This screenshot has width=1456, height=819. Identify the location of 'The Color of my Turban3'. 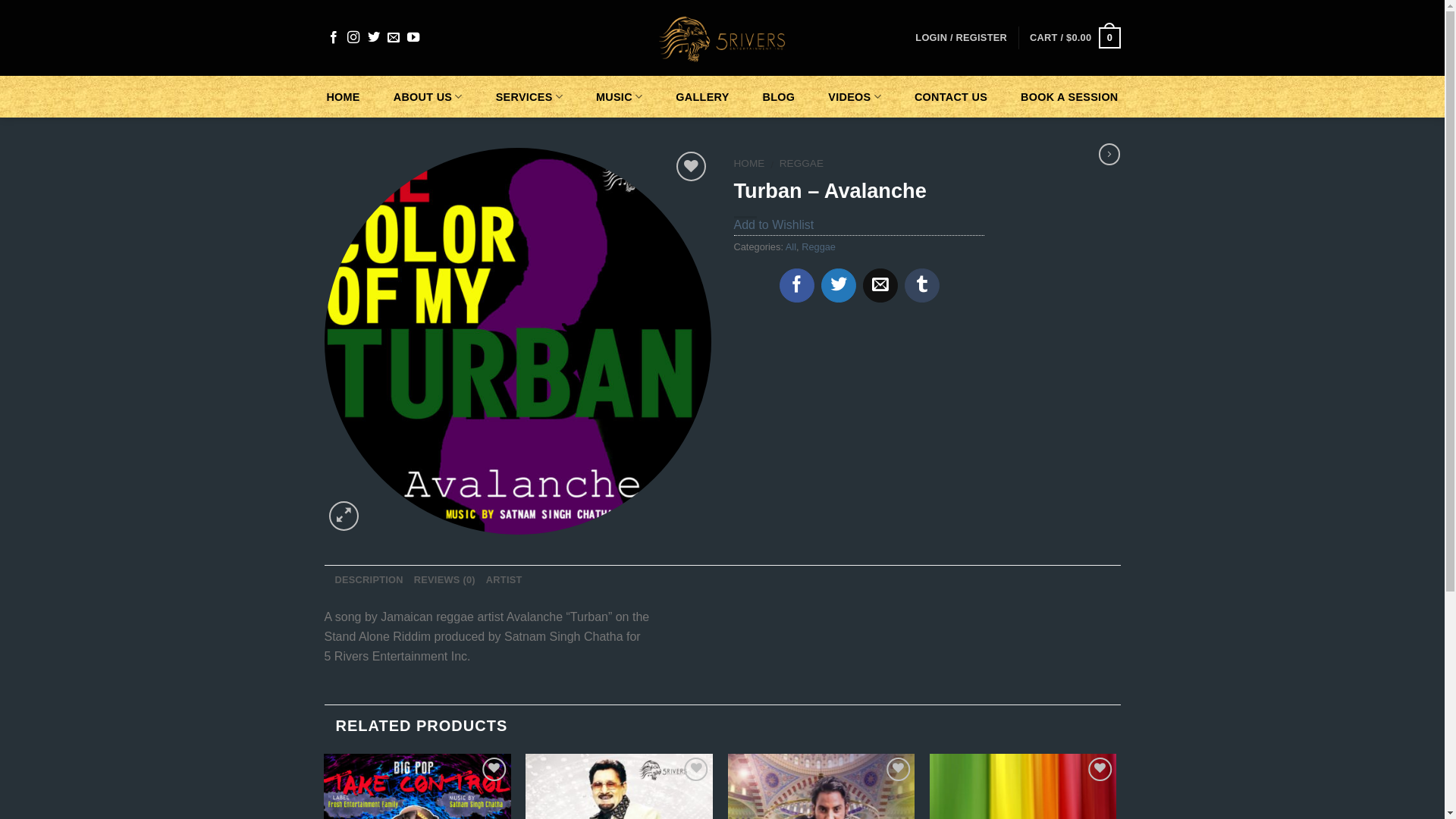
(517, 341).